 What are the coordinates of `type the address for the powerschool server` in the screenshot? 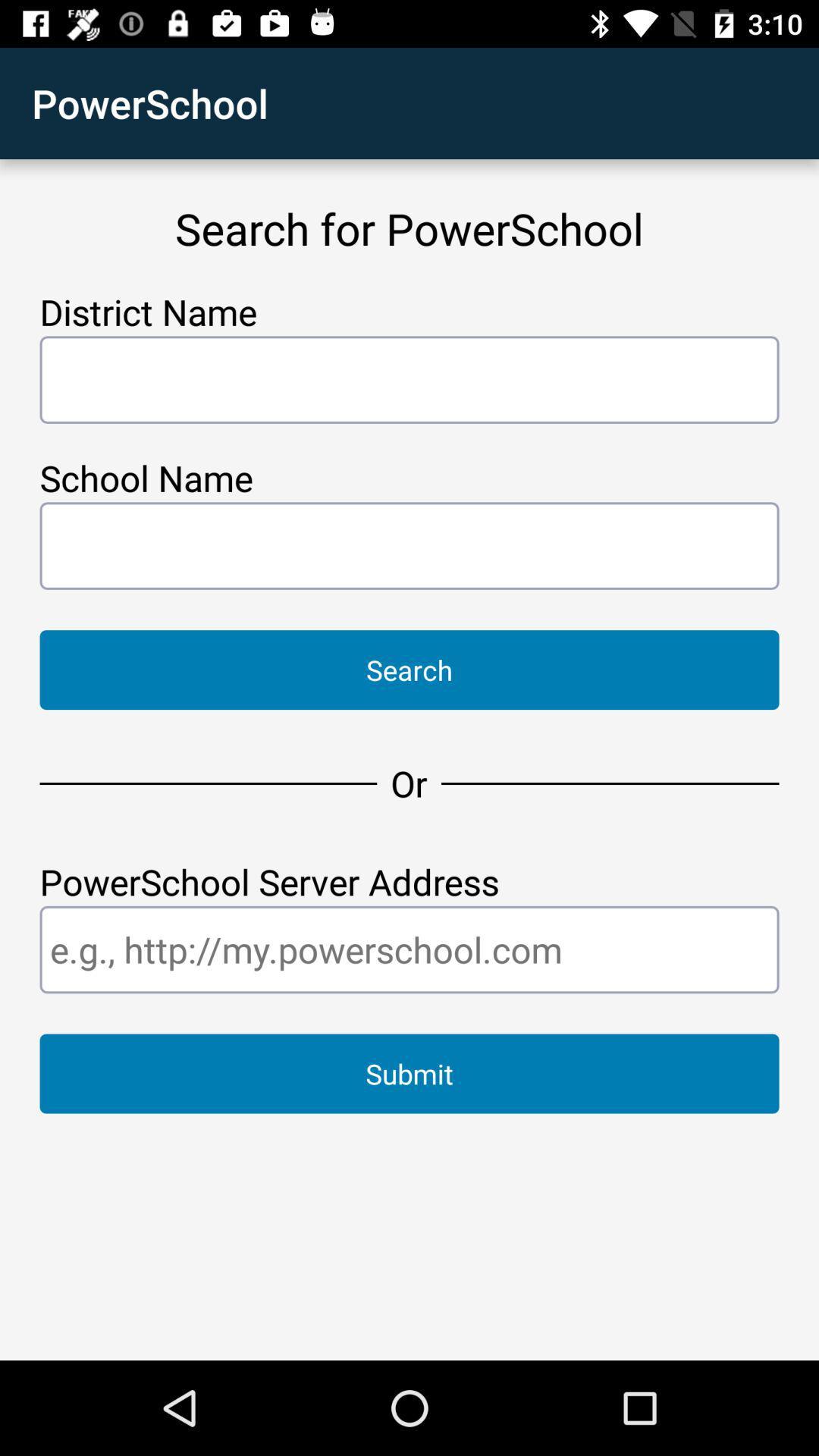 It's located at (409, 949).